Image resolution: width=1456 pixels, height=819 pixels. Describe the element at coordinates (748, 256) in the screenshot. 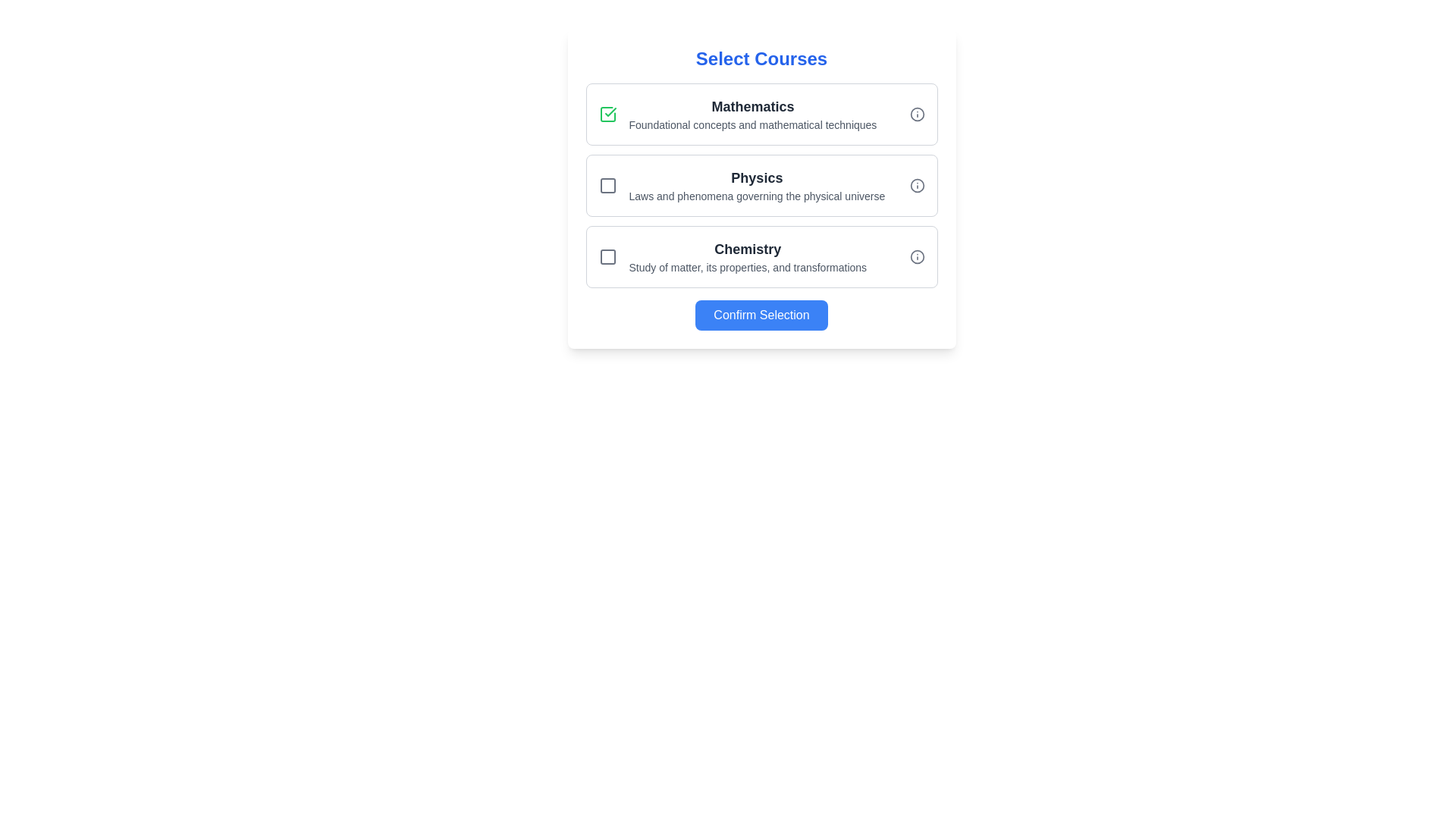

I see `the Text Label that provides the name and description of the 'Chemistry' course option, located between a checkbox and an information icon` at that location.